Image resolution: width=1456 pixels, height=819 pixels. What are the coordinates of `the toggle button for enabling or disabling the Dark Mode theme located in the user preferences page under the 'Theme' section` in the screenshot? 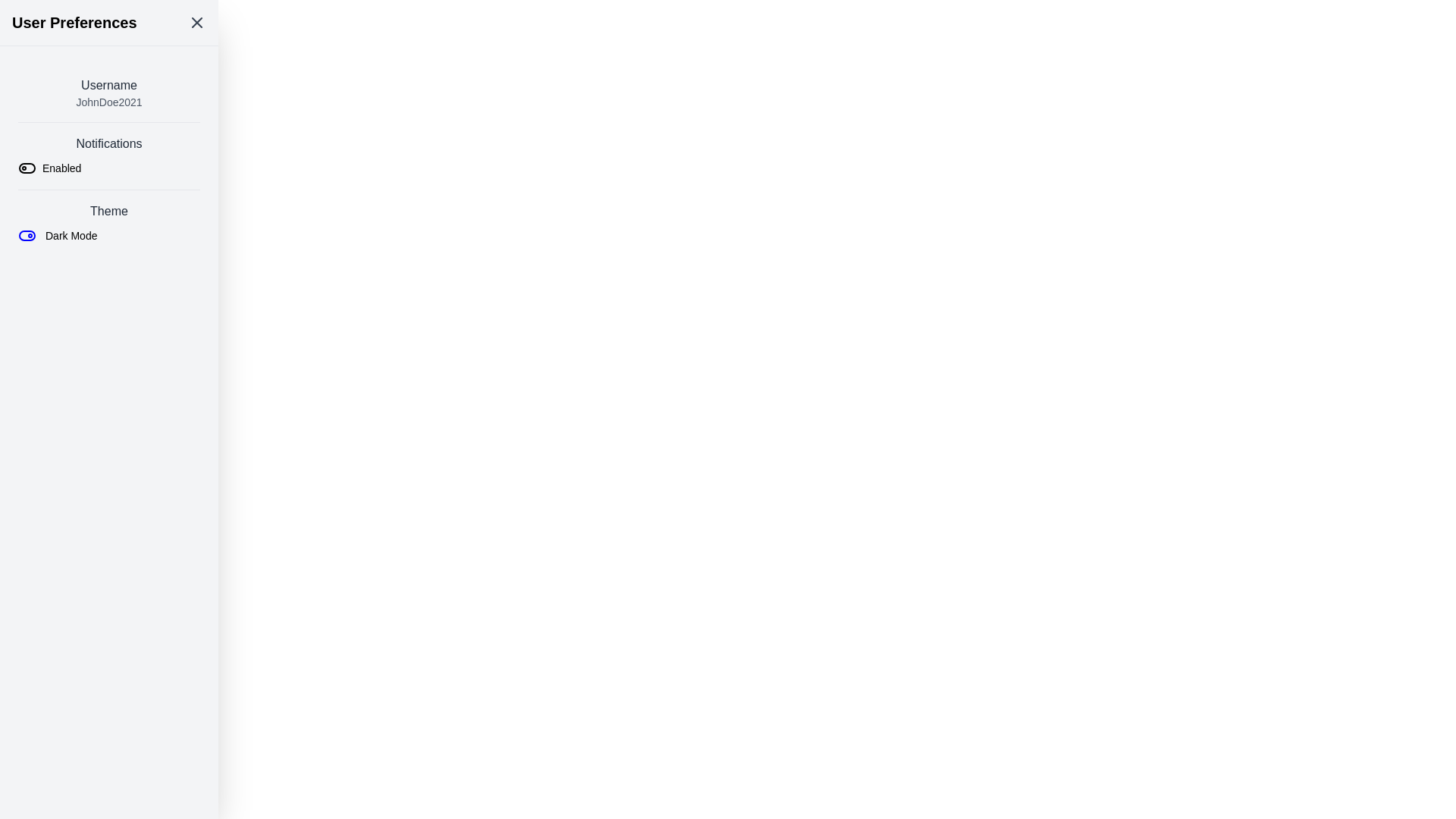 It's located at (108, 236).